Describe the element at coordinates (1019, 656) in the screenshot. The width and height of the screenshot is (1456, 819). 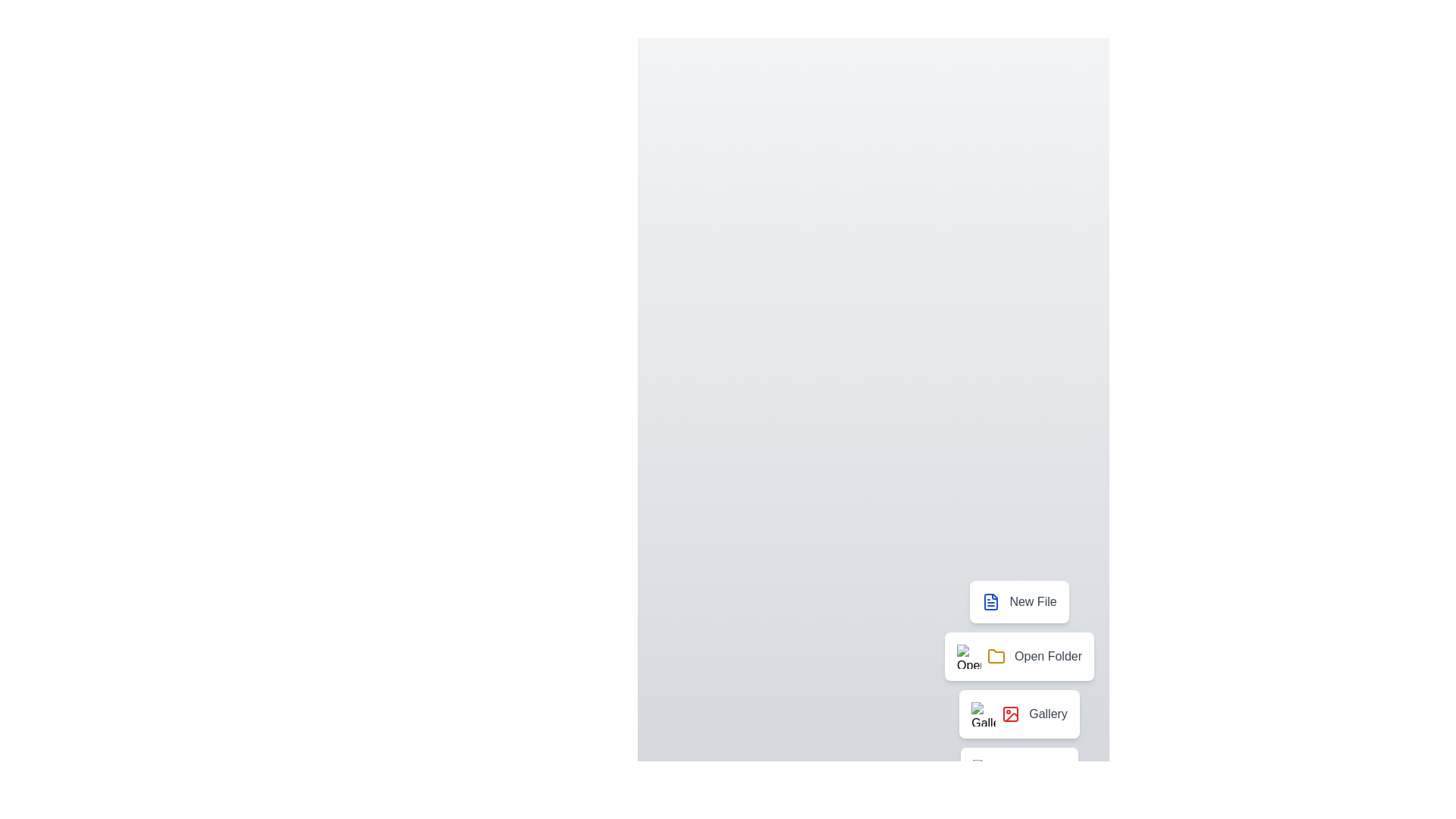
I see `the action item Open Folder from the speed dial menu` at that location.